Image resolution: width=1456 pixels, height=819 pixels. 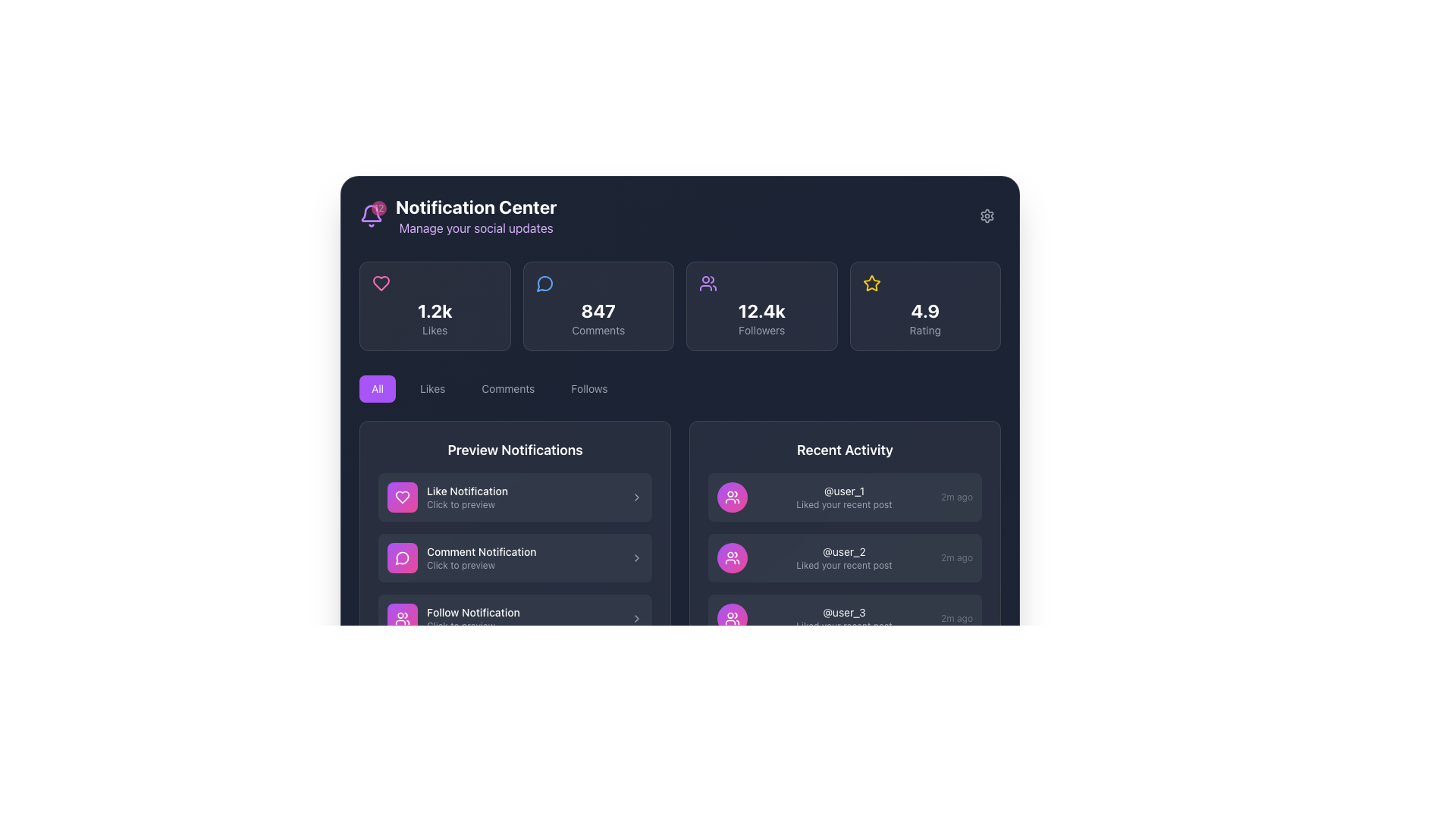 What do you see at coordinates (434, 306) in the screenshot?
I see `the likes information display block located at the top-left of the grid` at bounding box center [434, 306].